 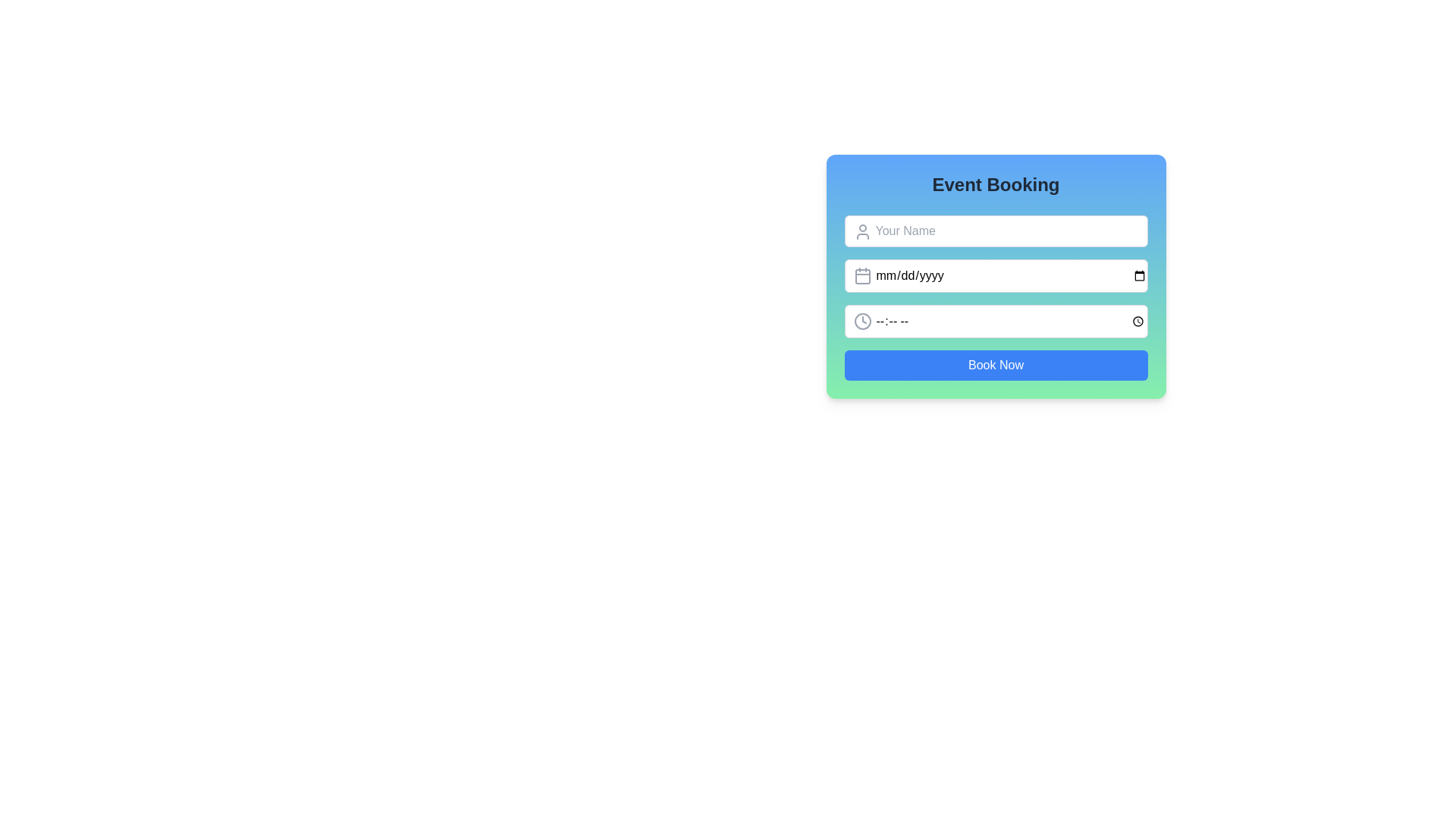 What do you see at coordinates (996, 366) in the screenshot?
I see `the submit button located at the bottom of the 'Event Booking' form to interact` at bounding box center [996, 366].